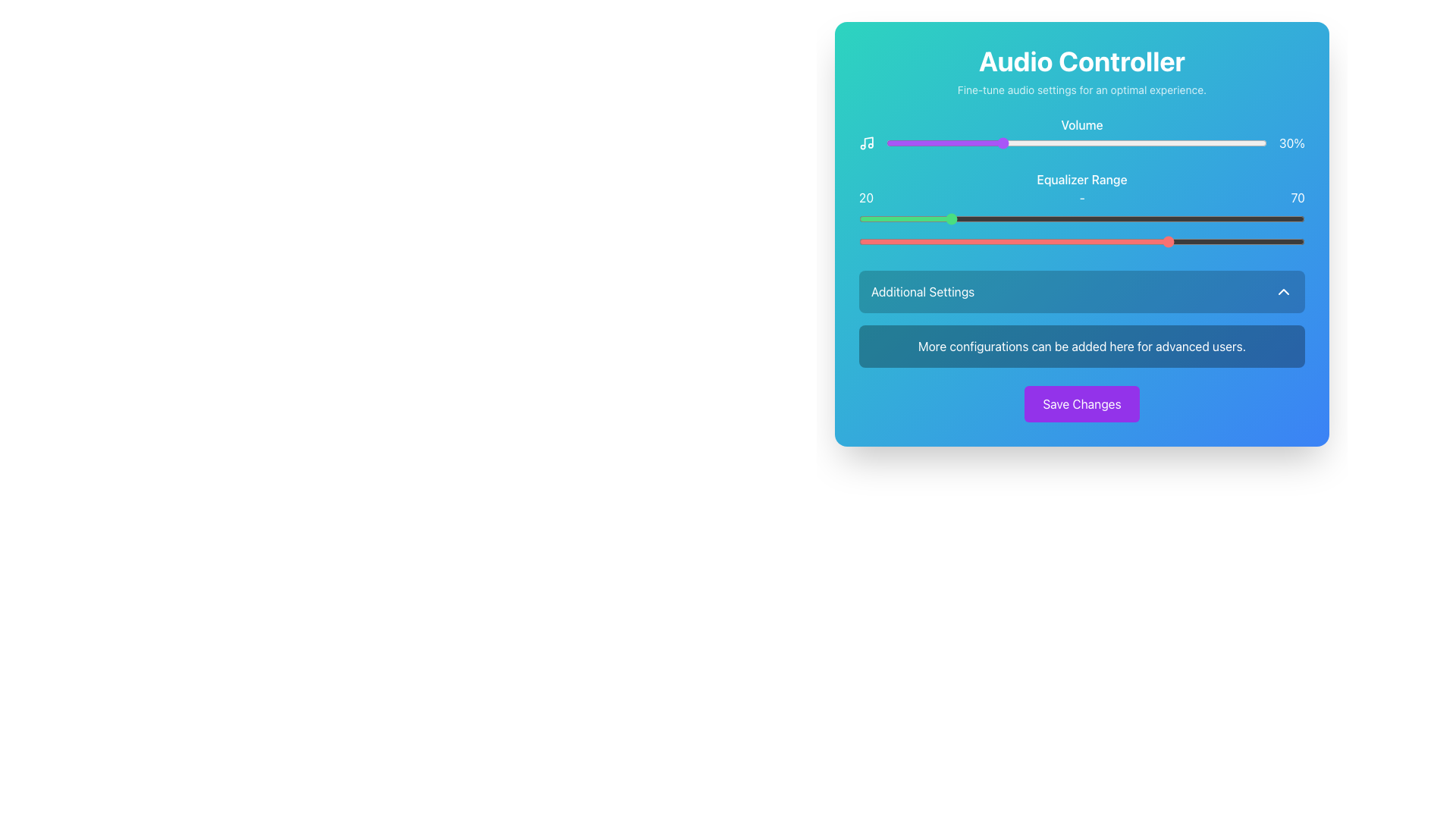 The height and width of the screenshot is (819, 1456). I want to click on and drag the thumb of the Horizontal Slider Control, which is located centrally beneath the 'Volume' label, to adjust its value from the current '30%' position, so click(1081, 143).